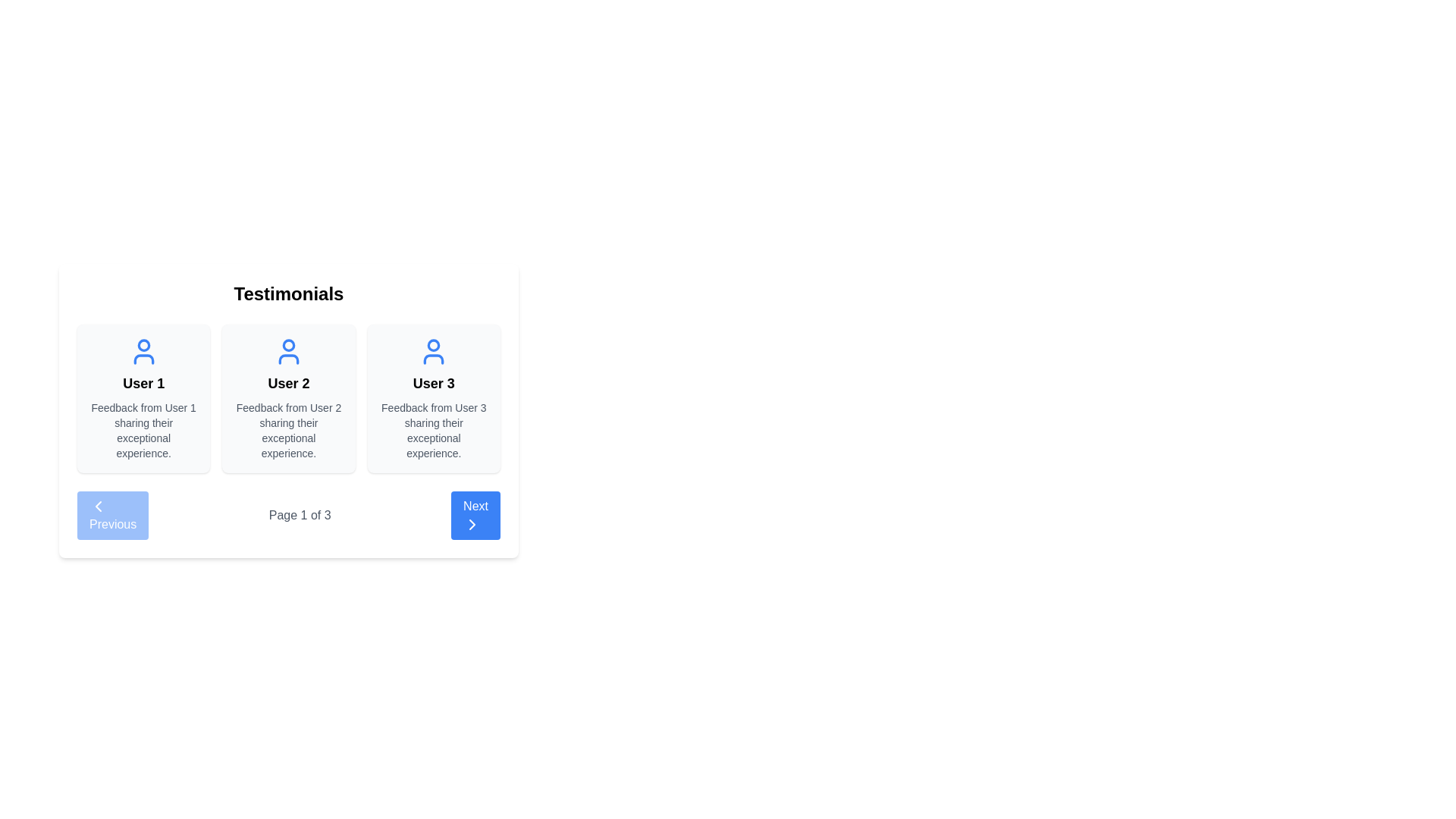 This screenshot has height=819, width=1456. Describe the element at coordinates (288, 397) in the screenshot. I see `testimonial content from the middle section of the grid layout hosting testimonial cards located under the header 'Testimonials'` at that location.